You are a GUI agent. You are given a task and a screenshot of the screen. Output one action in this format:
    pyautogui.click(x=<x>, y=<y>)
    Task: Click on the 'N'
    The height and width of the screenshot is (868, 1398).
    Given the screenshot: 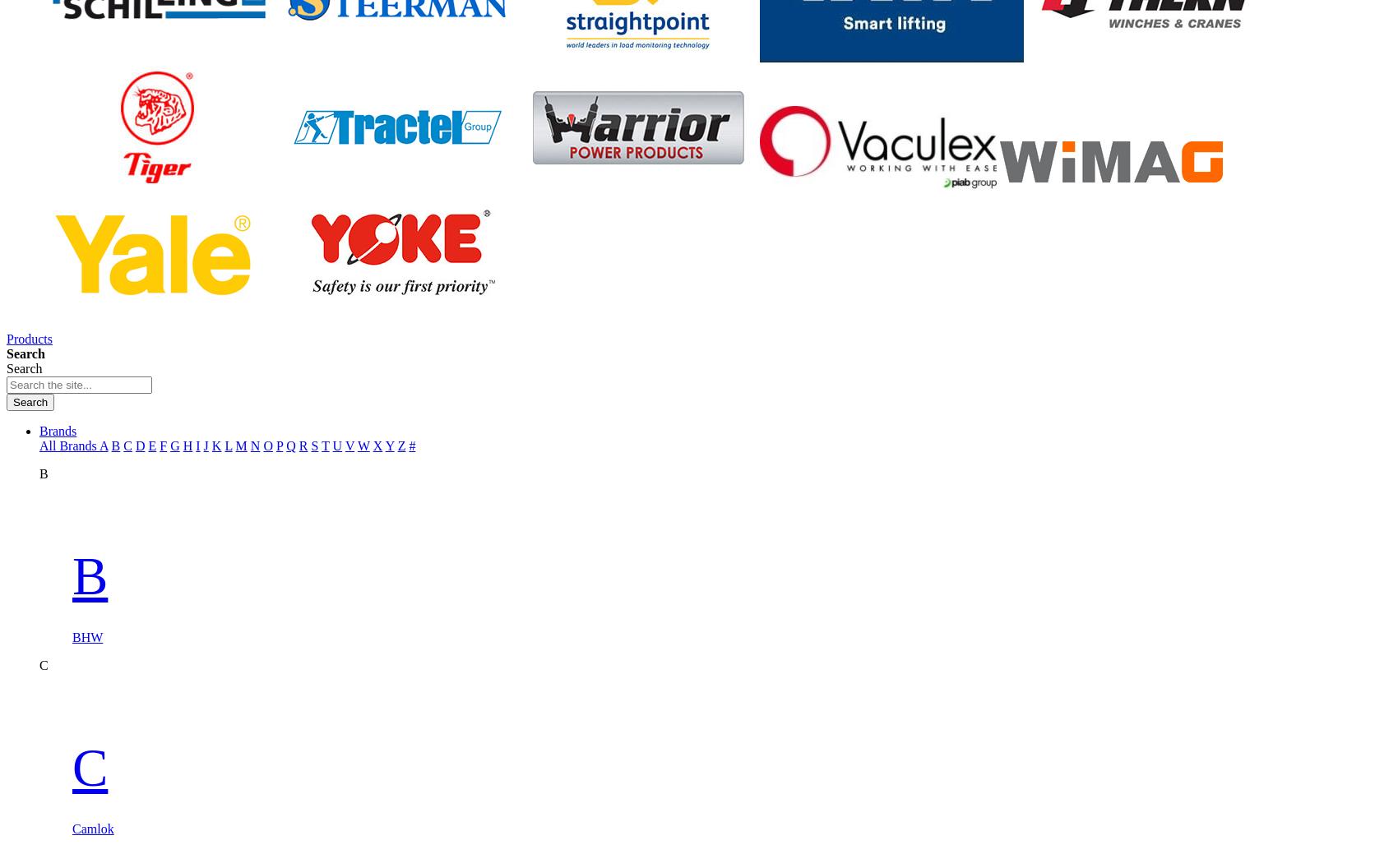 What is the action you would take?
    pyautogui.click(x=249, y=445)
    